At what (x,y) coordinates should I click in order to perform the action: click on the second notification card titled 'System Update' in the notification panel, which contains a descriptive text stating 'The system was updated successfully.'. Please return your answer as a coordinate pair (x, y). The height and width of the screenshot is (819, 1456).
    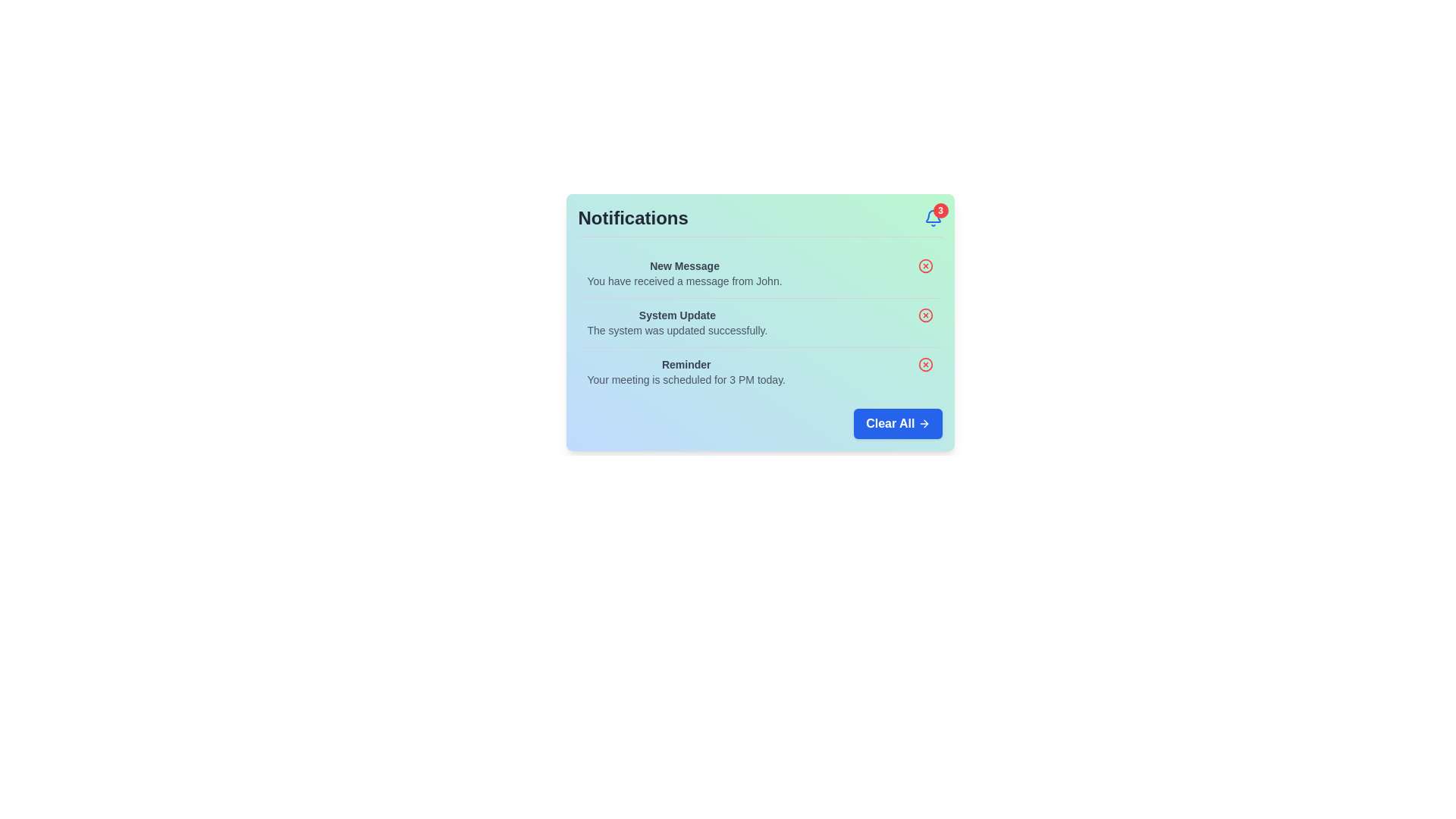
    Looking at the image, I should click on (760, 322).